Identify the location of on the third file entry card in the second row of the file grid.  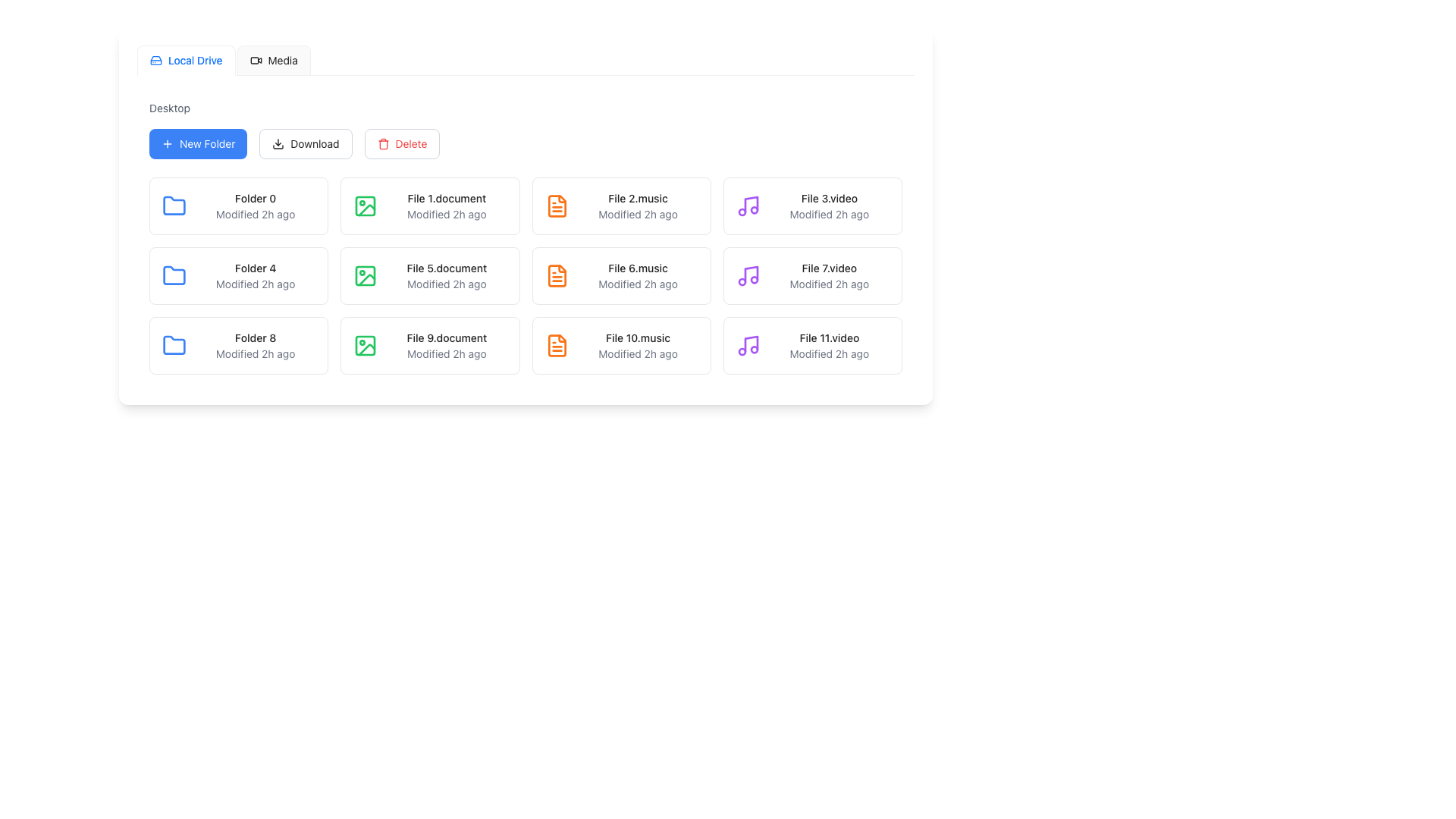
(446, 275).